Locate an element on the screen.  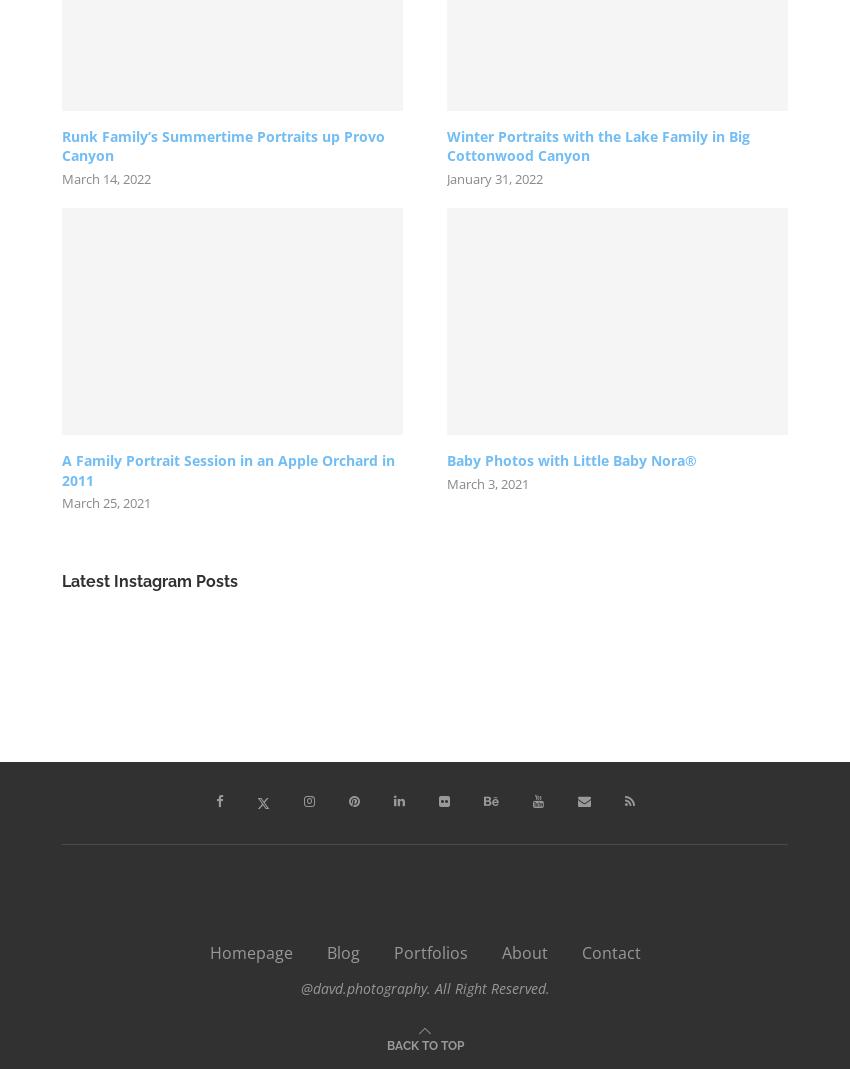
'March 3, 2021' is located at coordinates (486, 481).